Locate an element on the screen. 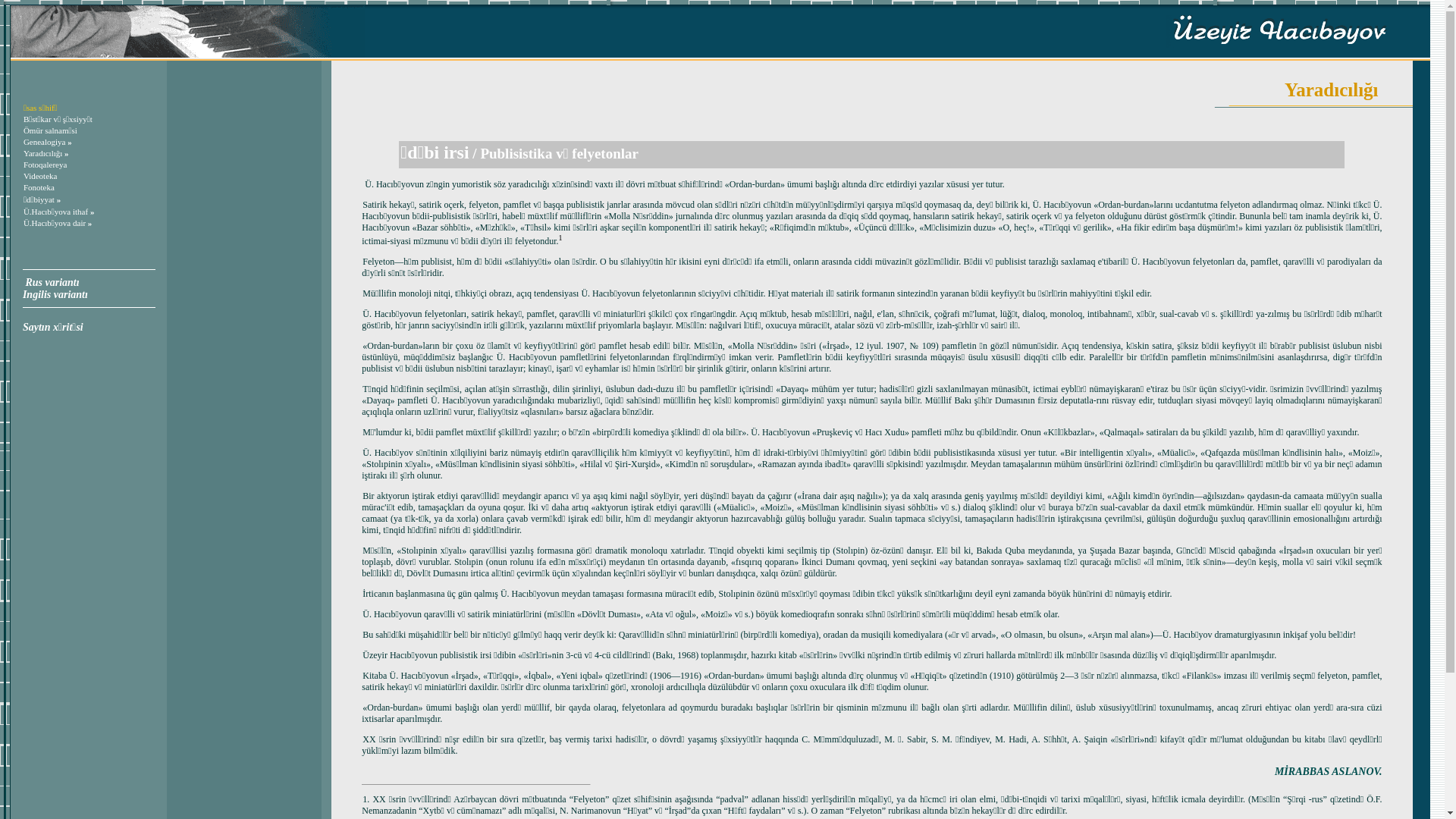 This screenshot has height=819, width=1456. '1' is located at coordinates (560, 237).